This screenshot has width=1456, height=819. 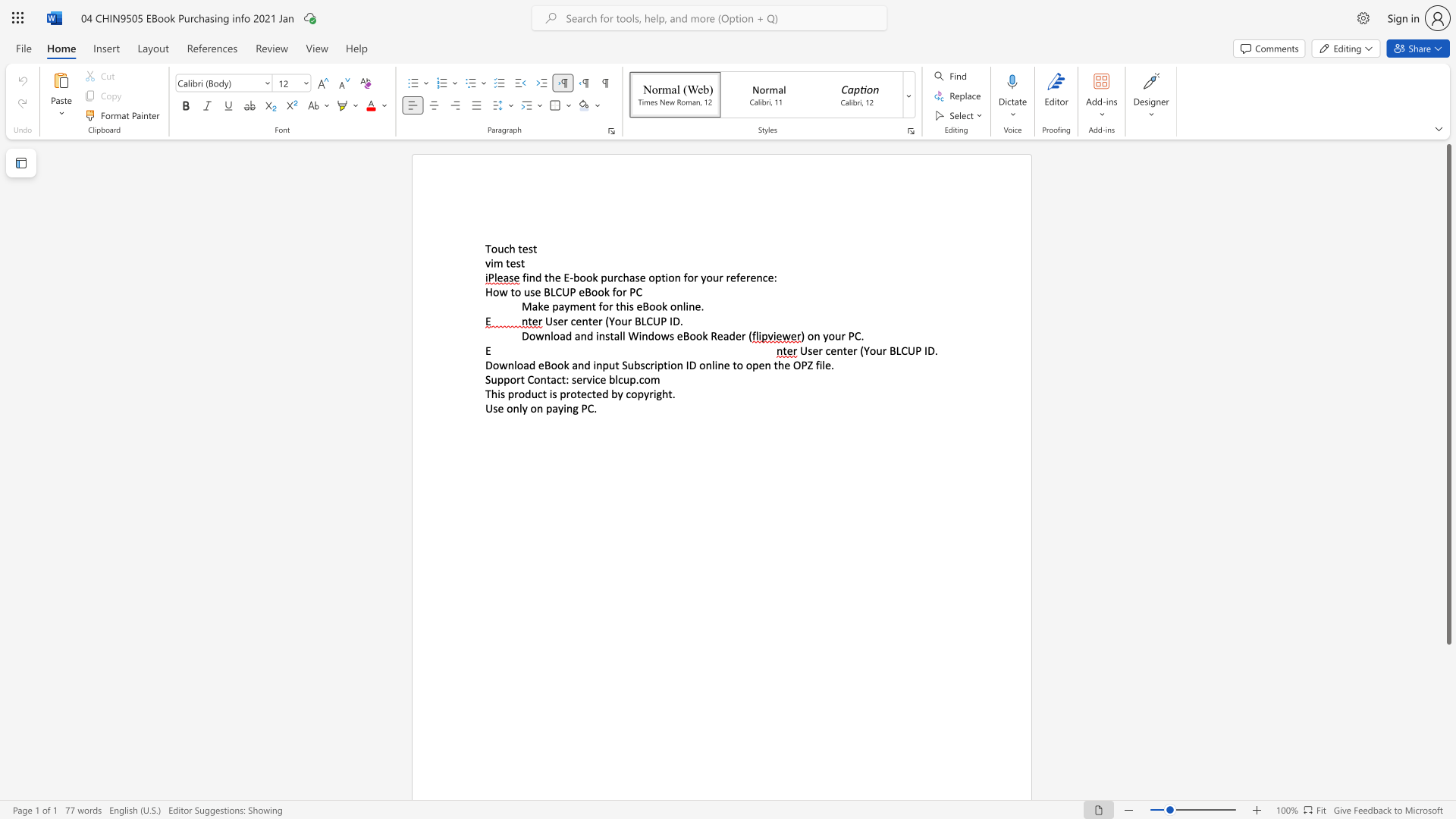 What do you see at coordinates (896, 350) in the screenshot?
I see `the subset text "LCUP ID." within the text "User center (Your BLCUP ID."` at bounding box center [896, 350].